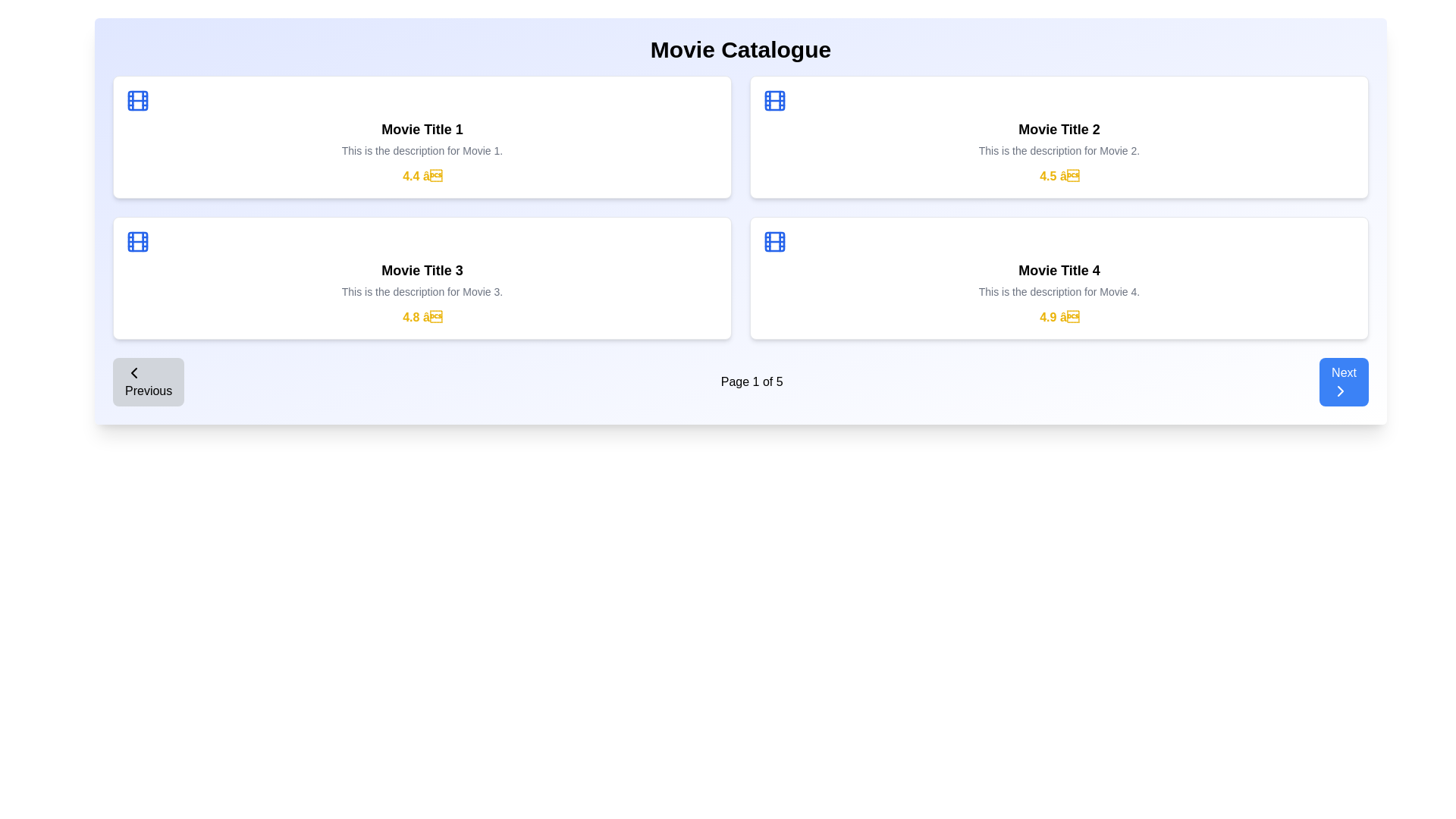 The height and width of the screenshot is (819, 1456). I want to click on the small decorative SVG rectangle element that is part of the vertical filmstrip icon next to 'Movie Title 3', so click(138, 241).